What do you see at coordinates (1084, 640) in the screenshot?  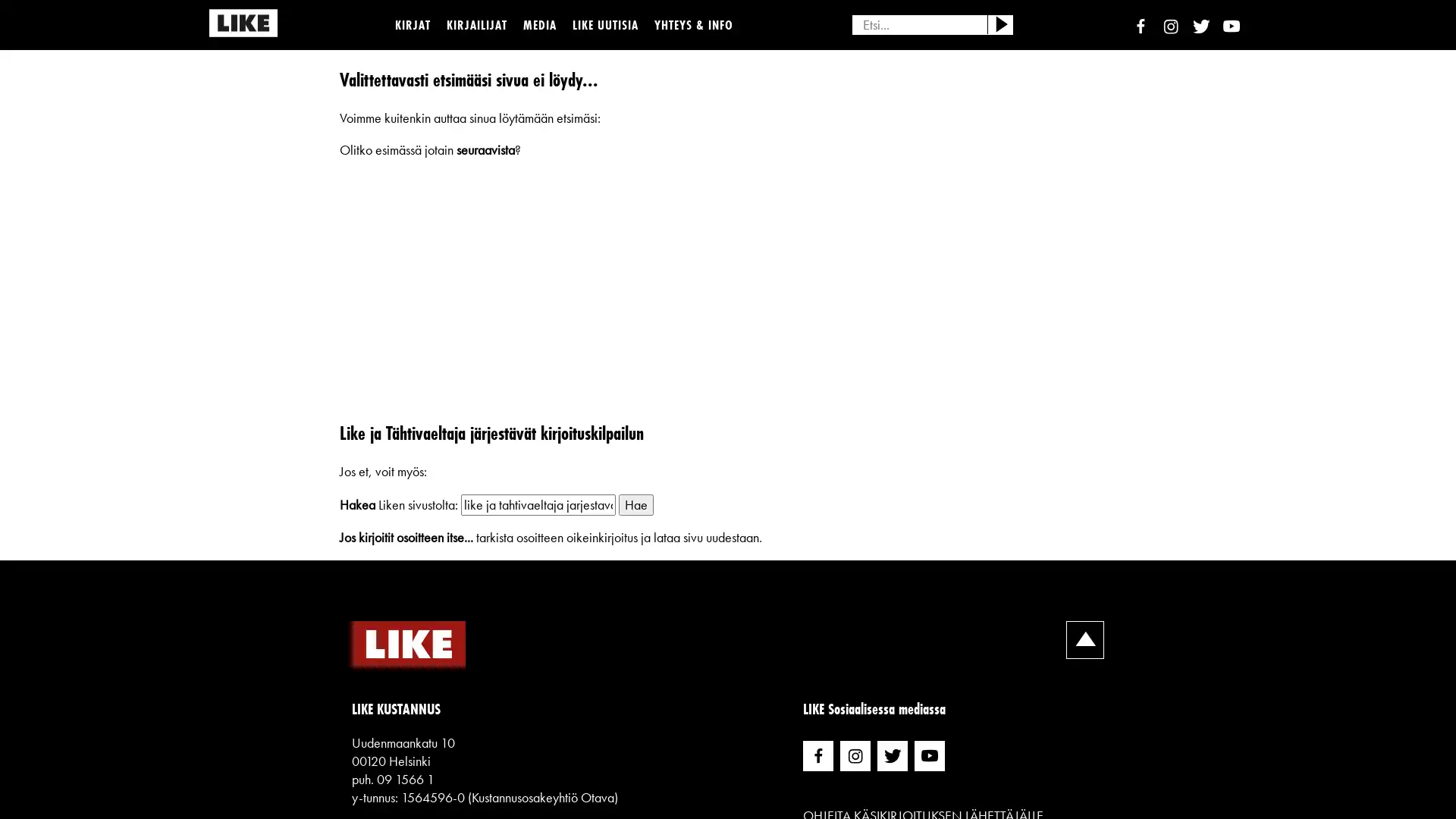 I see `Skrollaa ylospain` at bounding box center [1084, 640].